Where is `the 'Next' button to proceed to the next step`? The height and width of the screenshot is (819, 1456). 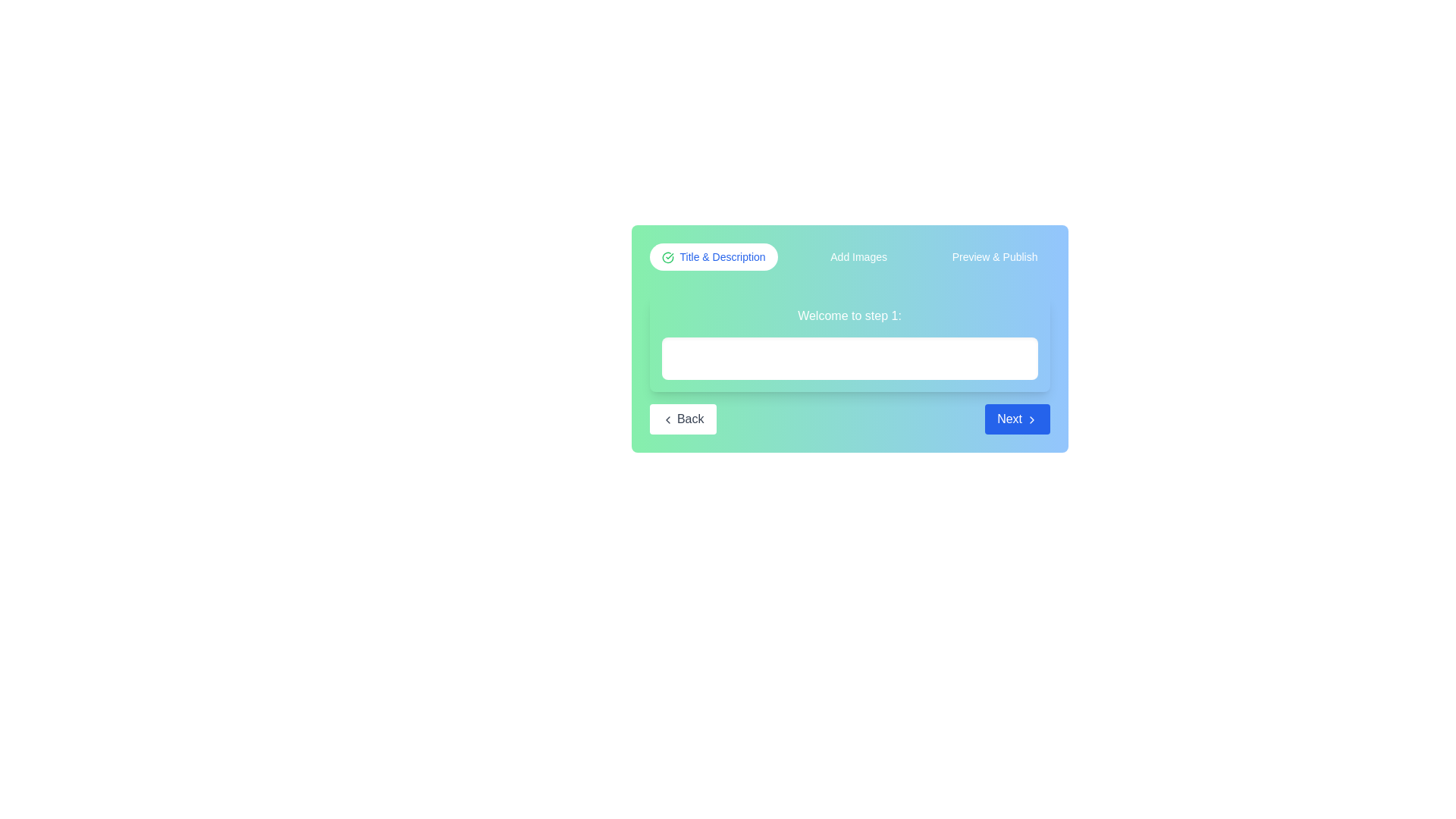
the 'Next' button to proceed to the next step is located at coordinates (1017, 419).